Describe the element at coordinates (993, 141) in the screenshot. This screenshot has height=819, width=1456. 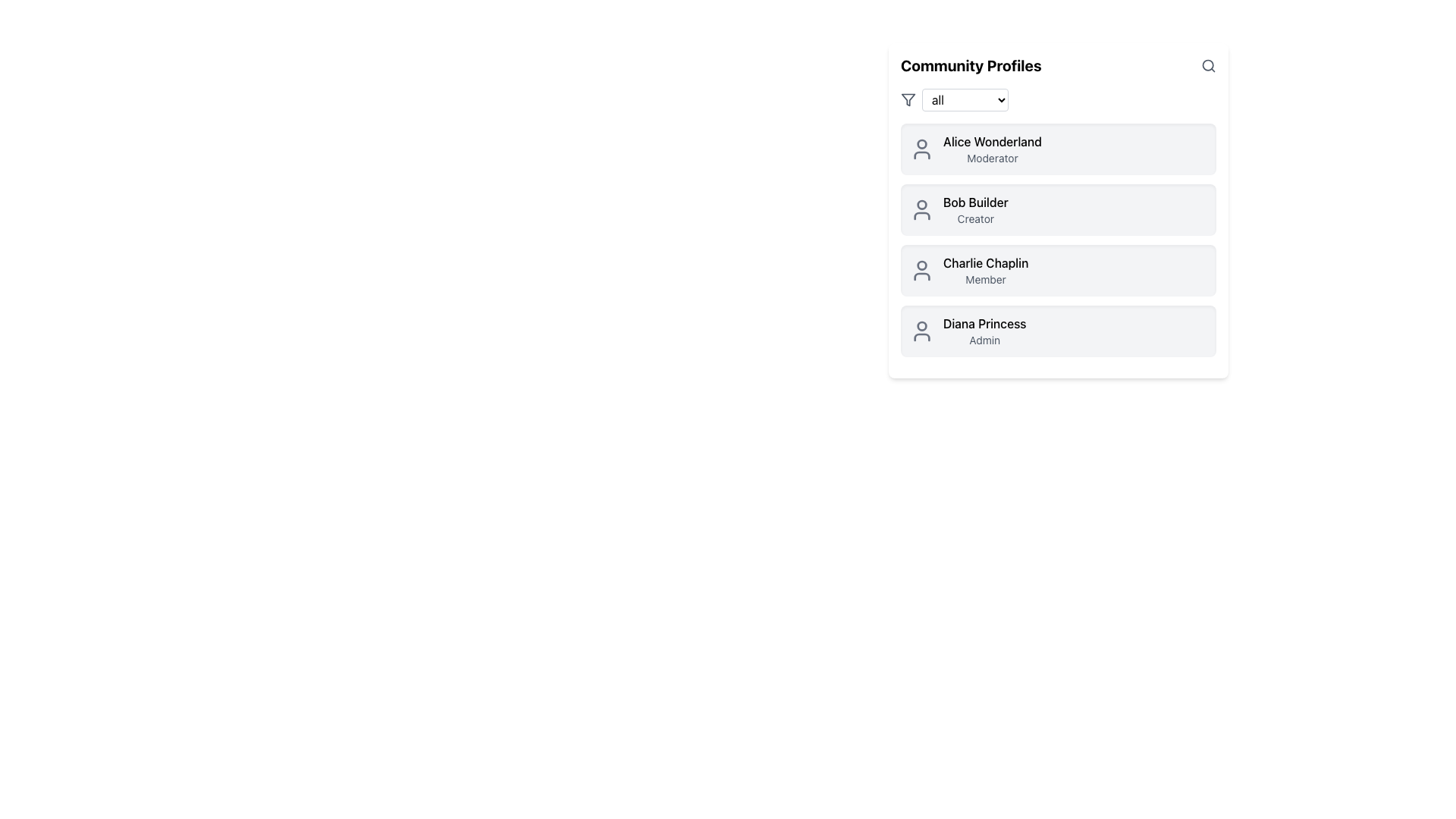
I see `the text label displaying 'Alice Wonderland' positioned at the top of the 'Community Profiles' list for reading` at that location.